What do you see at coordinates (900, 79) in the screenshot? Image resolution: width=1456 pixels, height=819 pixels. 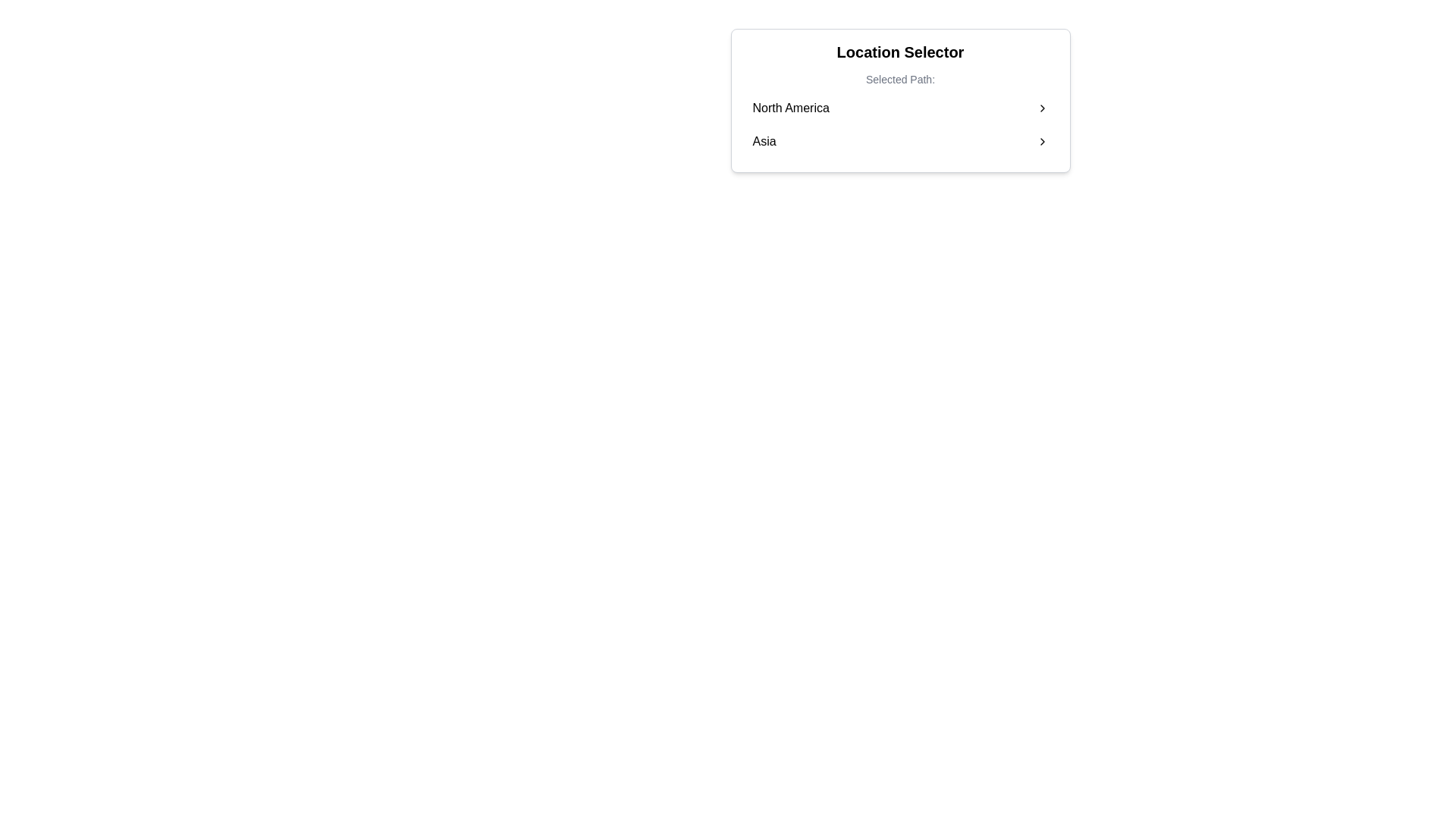 I see `the text label that provides a title or description for the options in the 'Location Selector' section, positioned below the header and above the options 'North America' and 'Asia'` at bounding box center [900, 79].